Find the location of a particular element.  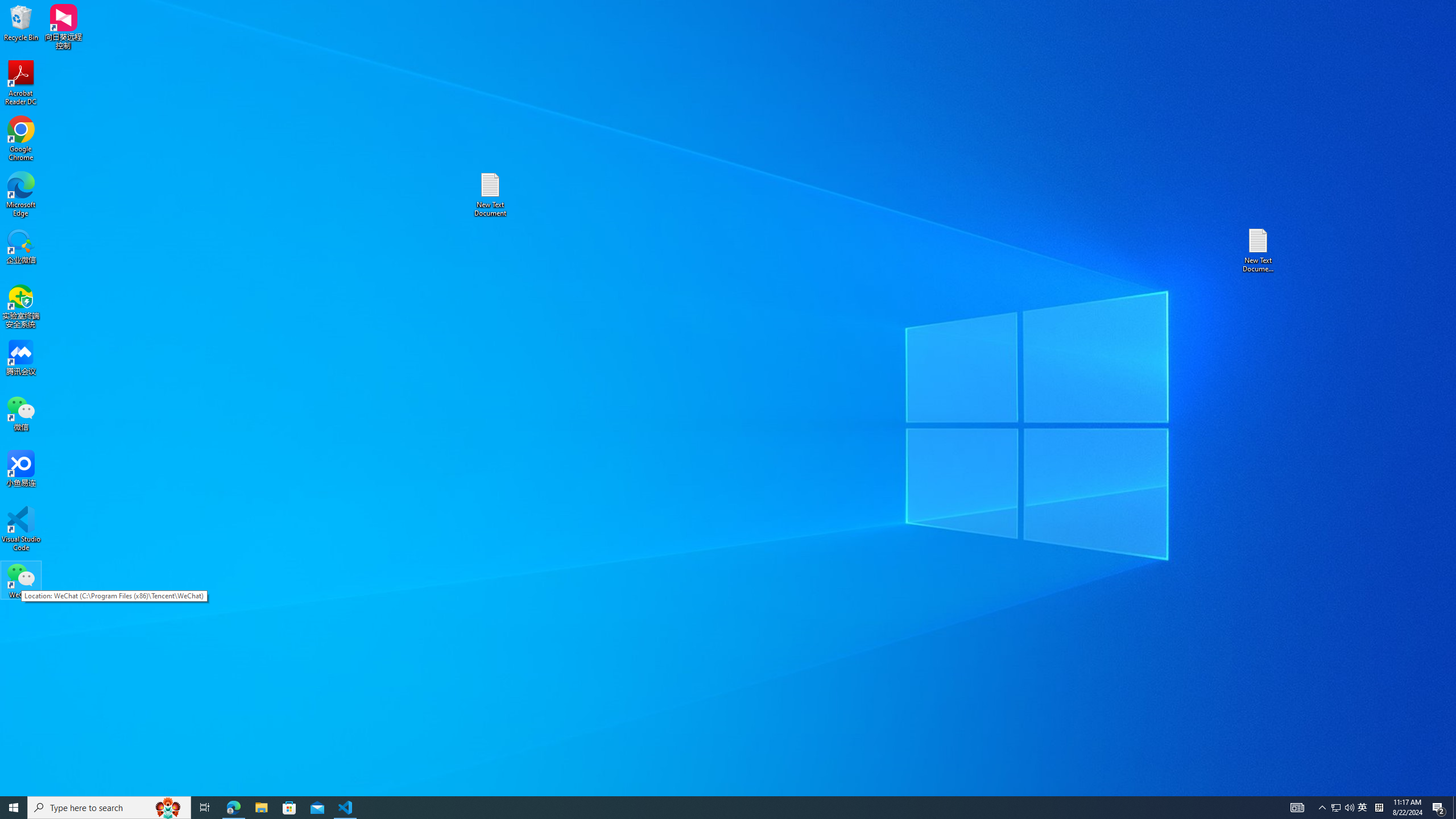

'New Text Document' is located at coordinates (489, 194).